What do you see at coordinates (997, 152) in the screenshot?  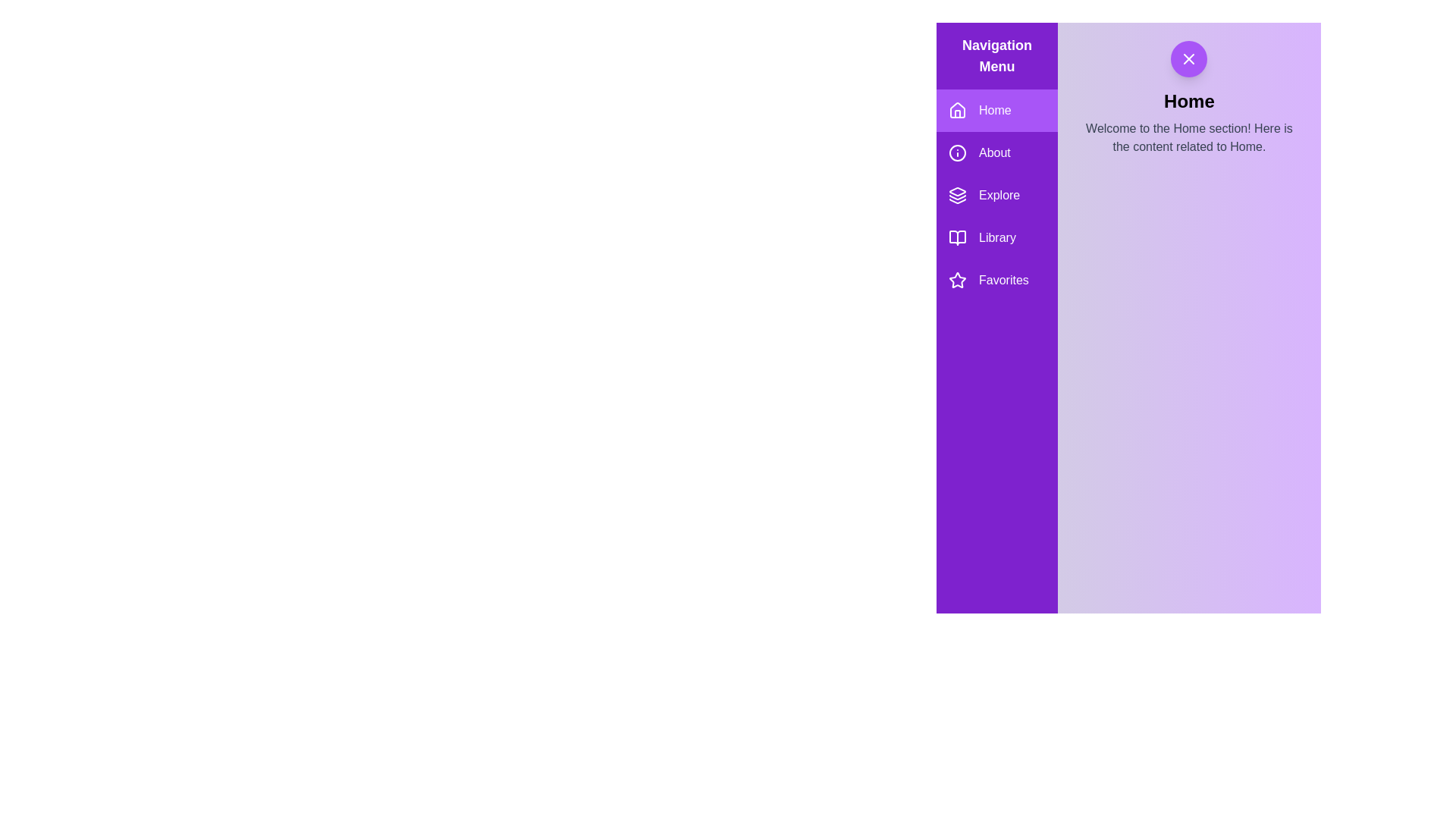 I see `the navigation menu item About` at bounding box center [997, 152].